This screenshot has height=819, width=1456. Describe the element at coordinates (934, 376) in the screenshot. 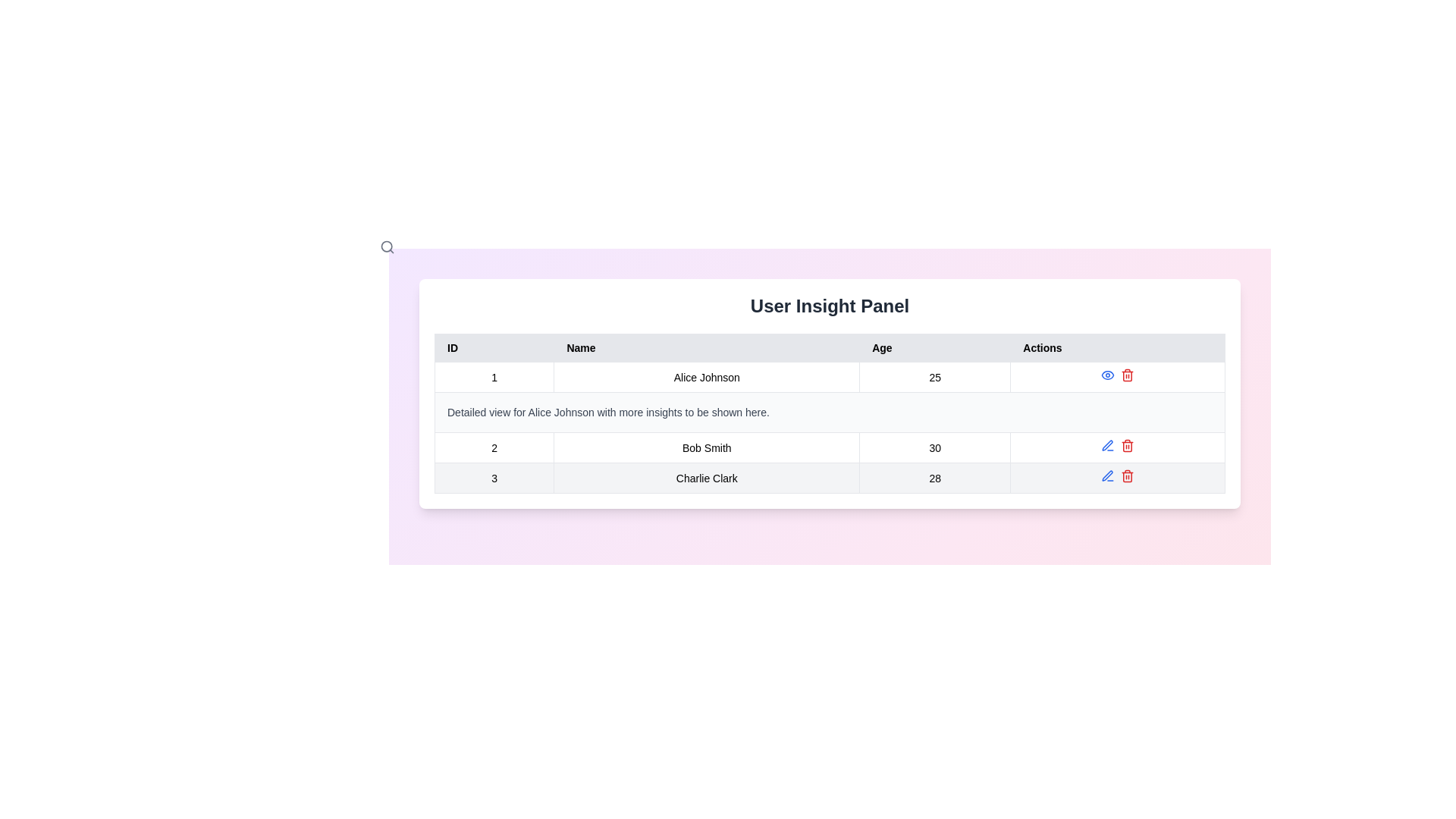

I see `the numeric label displaying the value '25' in the 'Age' column of the first data row in the table` at that location.